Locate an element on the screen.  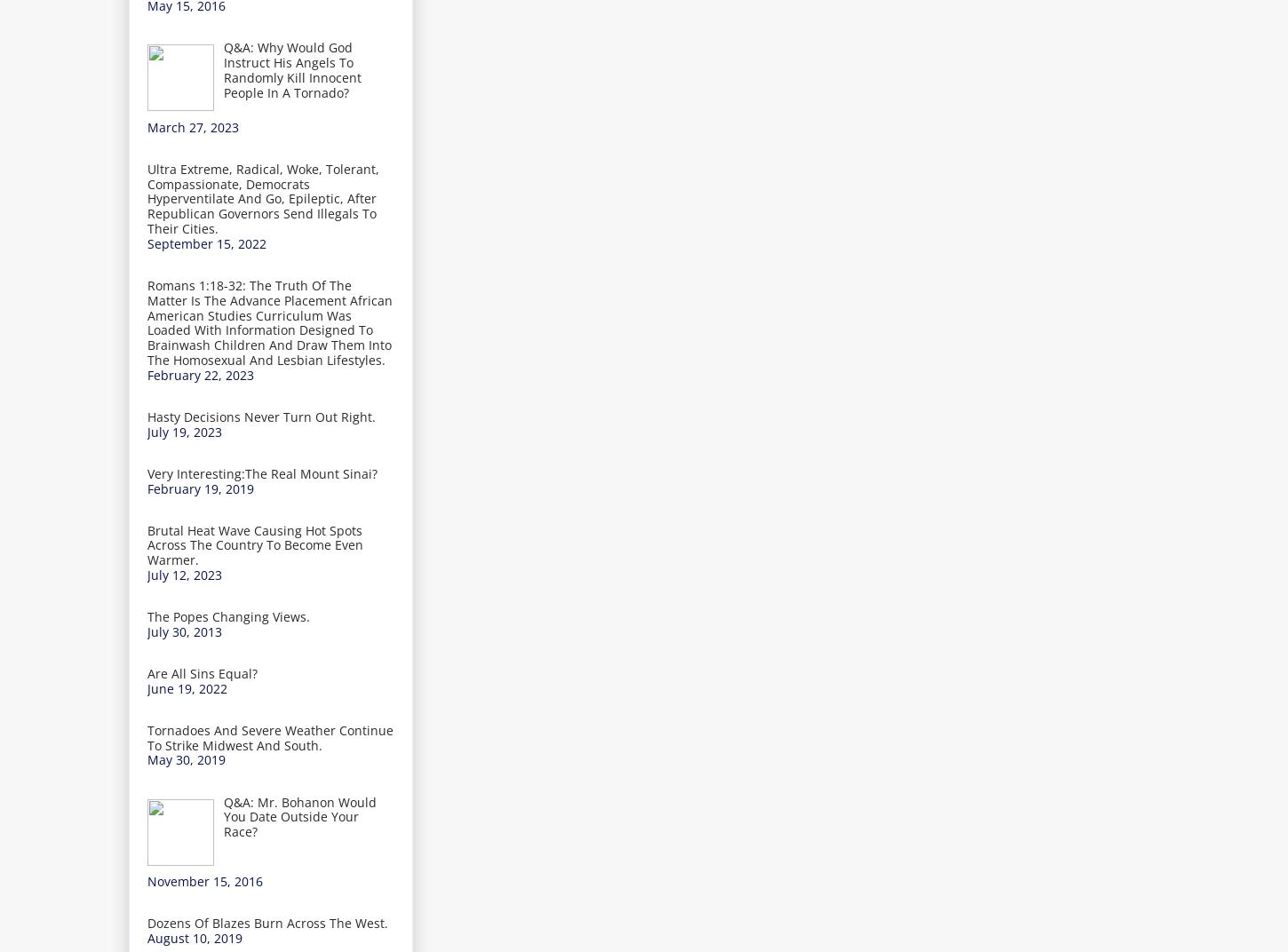
'November 15, 2016' is located at coordinates (203, 880).